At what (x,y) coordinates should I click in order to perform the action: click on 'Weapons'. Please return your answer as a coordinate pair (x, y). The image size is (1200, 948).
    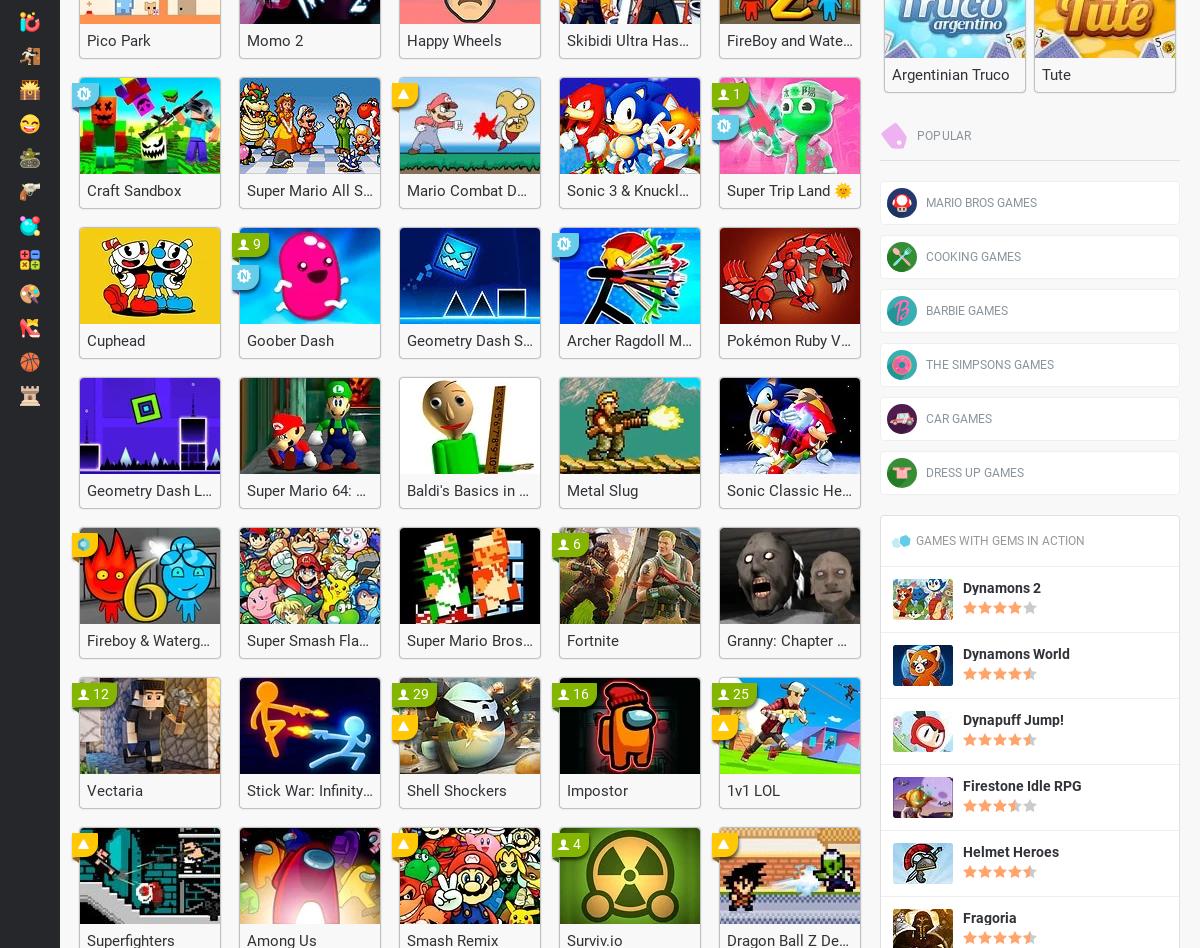
    Looking at the image, I should click on (90, 190).